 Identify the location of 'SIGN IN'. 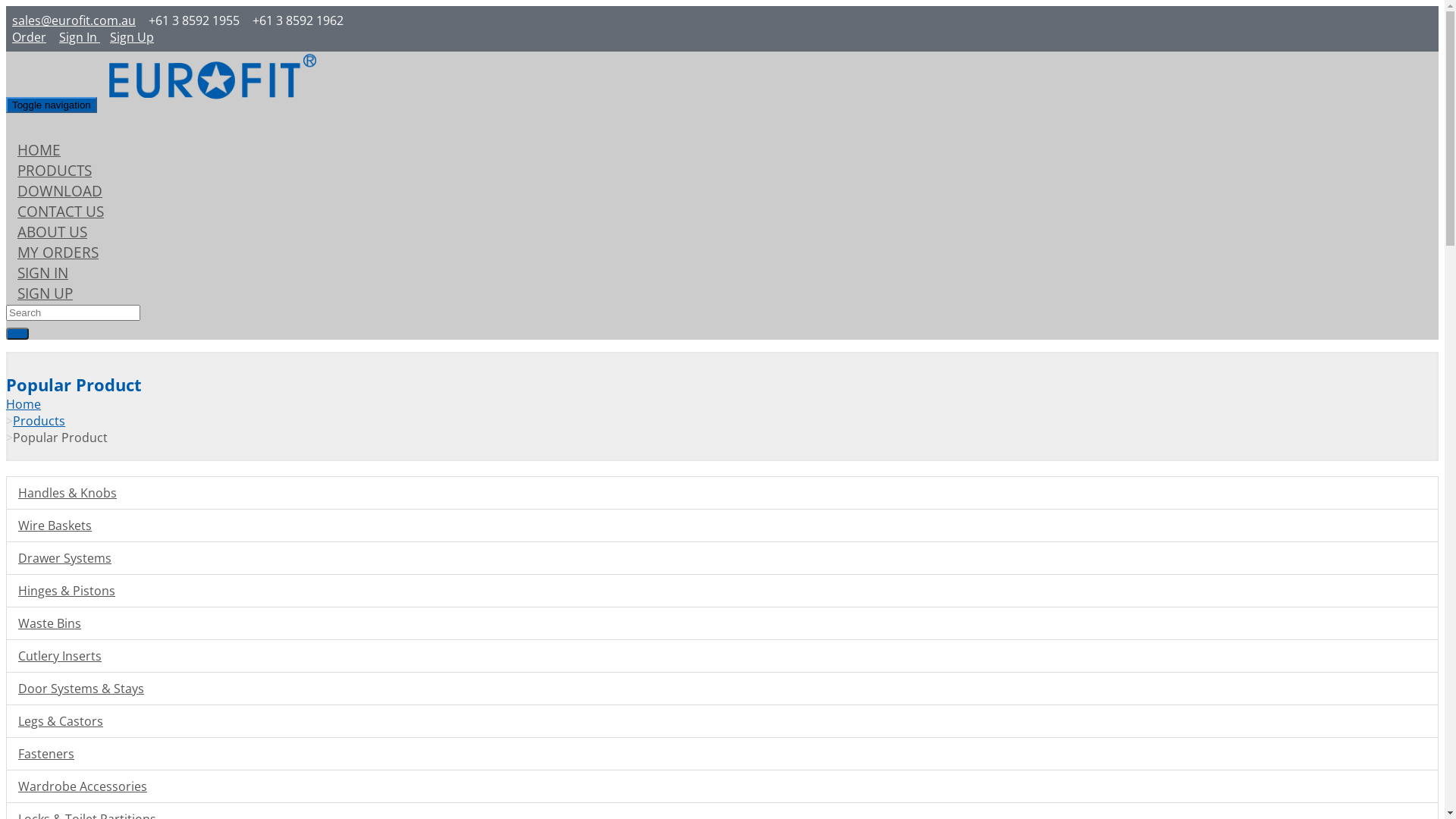
(6, 271).